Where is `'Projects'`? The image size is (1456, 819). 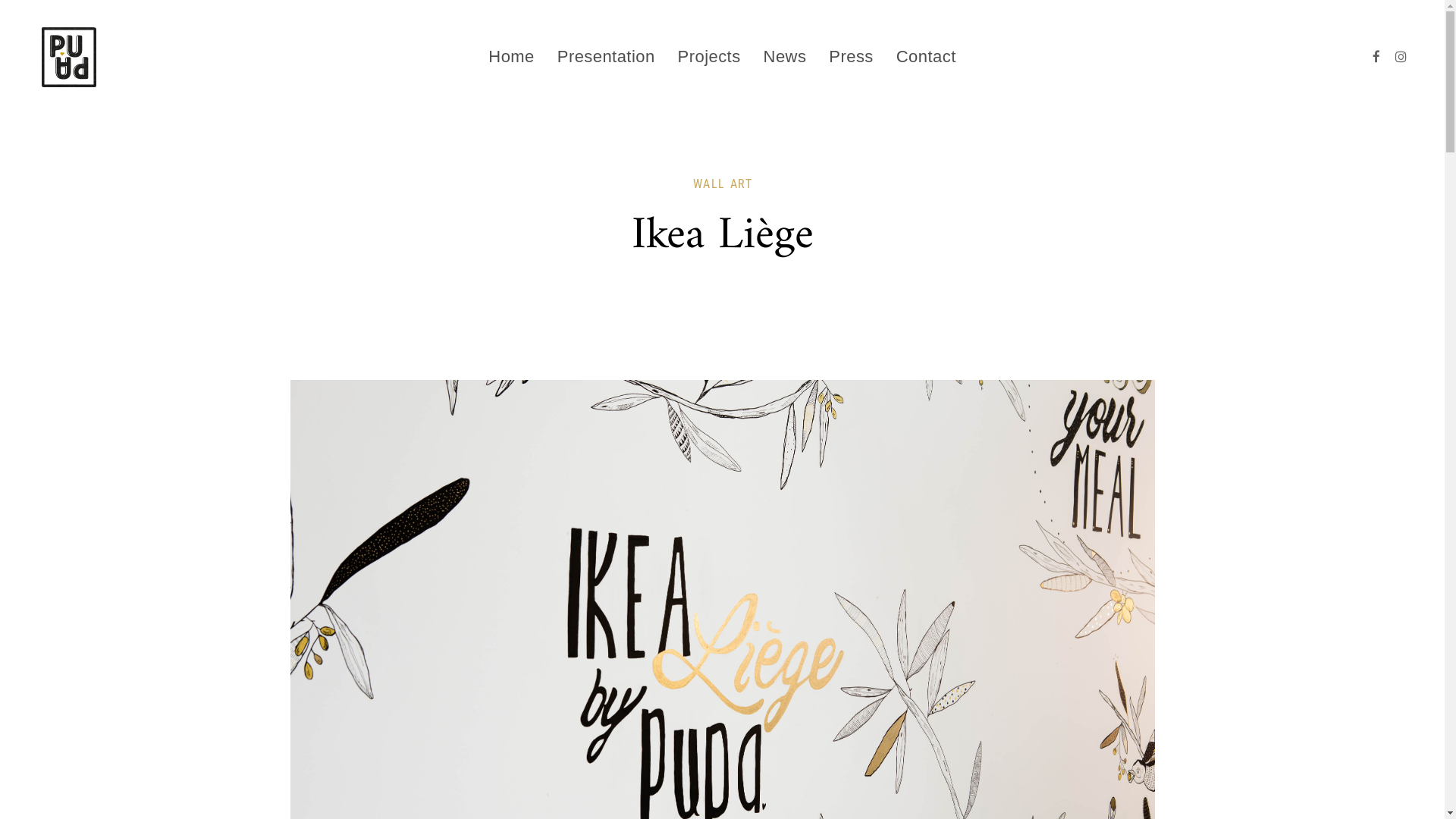
'Projects' is located at coordinates (708, 55).